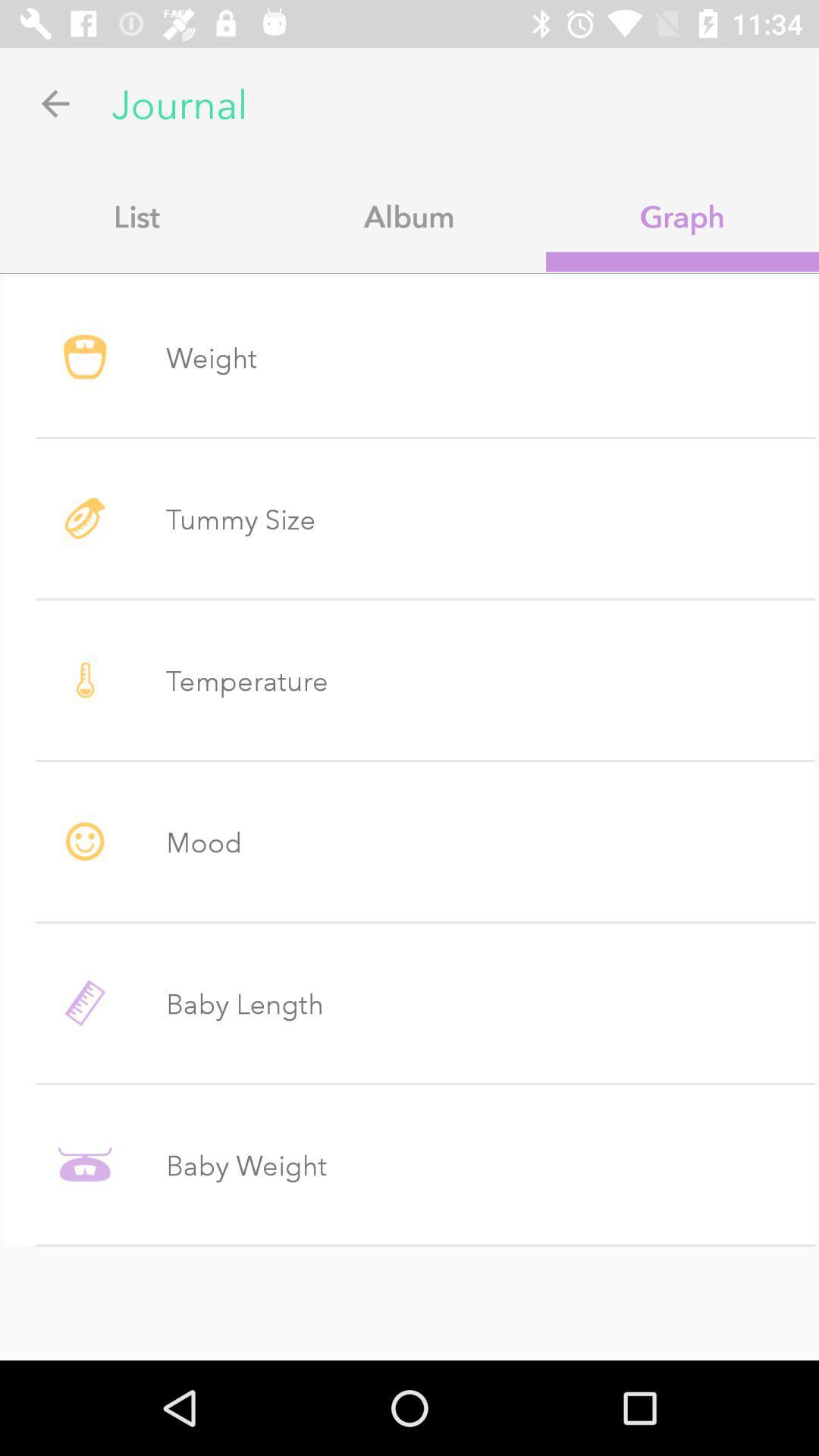 The image size is (819, 1456). I want to click on album icon, so click(409, 215).